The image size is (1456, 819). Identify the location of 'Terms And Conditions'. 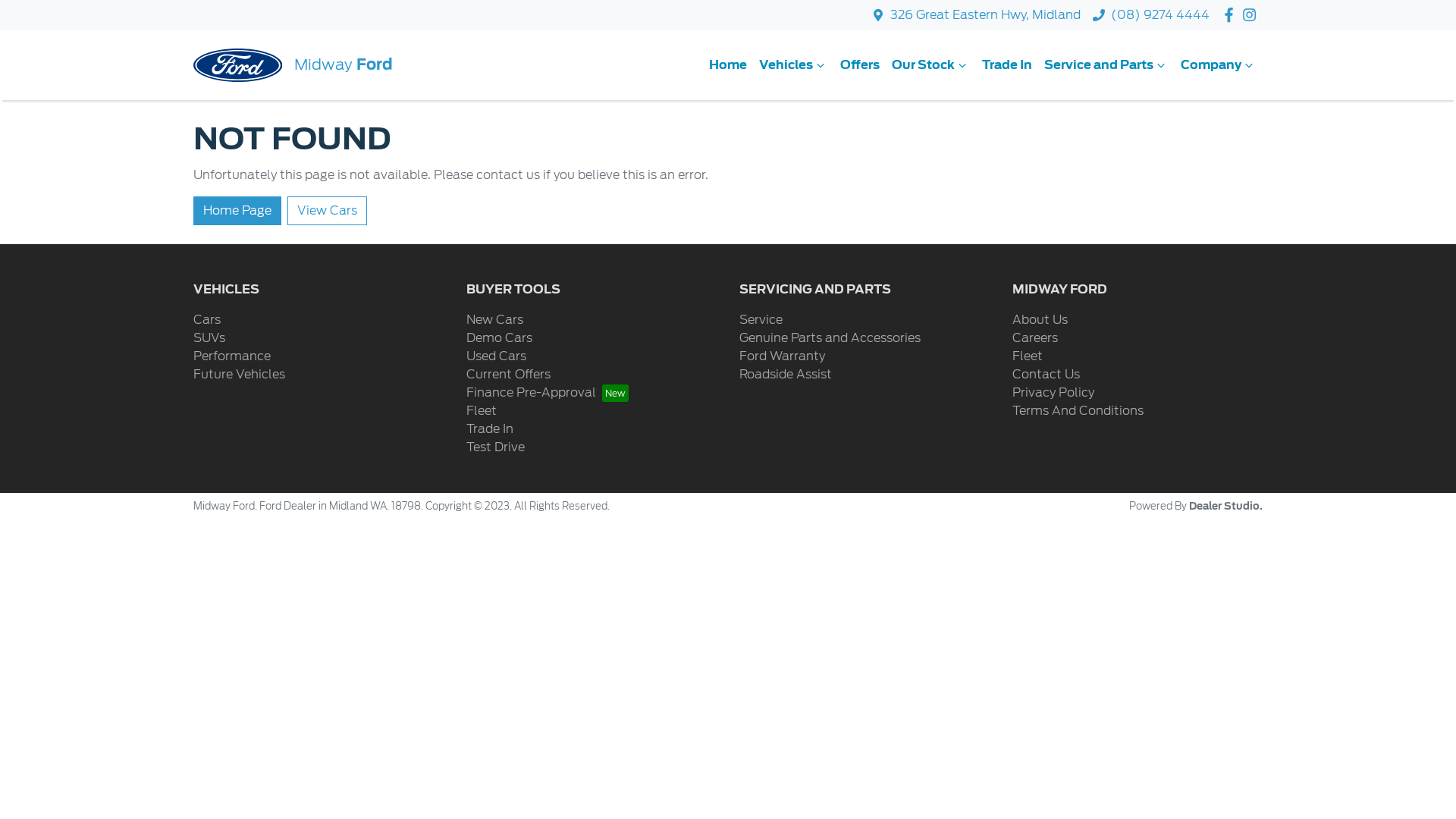
(1077, 410).